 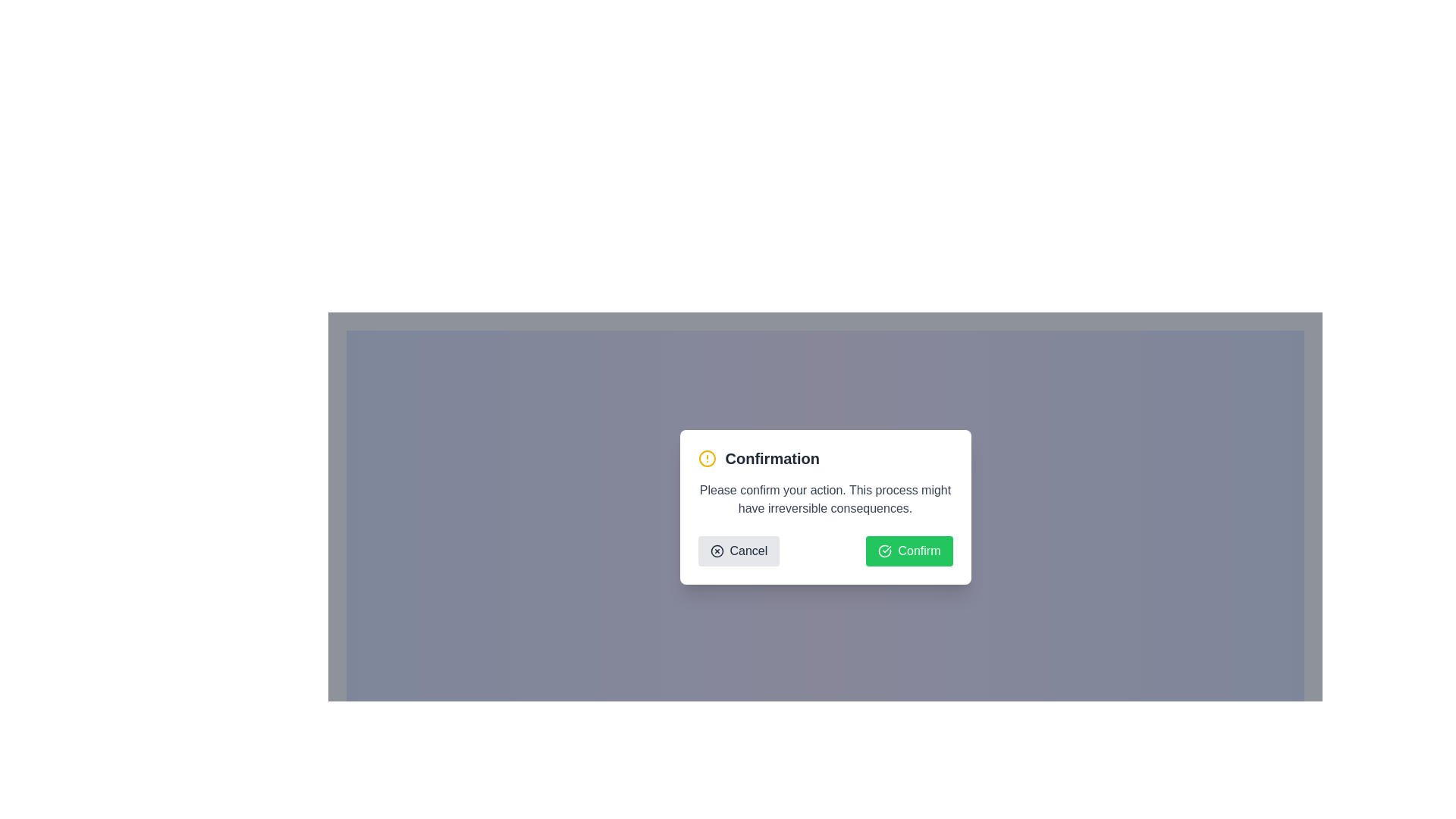 What do you see at coordinates (909, 551) in the screenshot?
I see `the confirm button located at the bottom-right corner of the modal dialog to affirm the user action` at bounding box center [909, 551].